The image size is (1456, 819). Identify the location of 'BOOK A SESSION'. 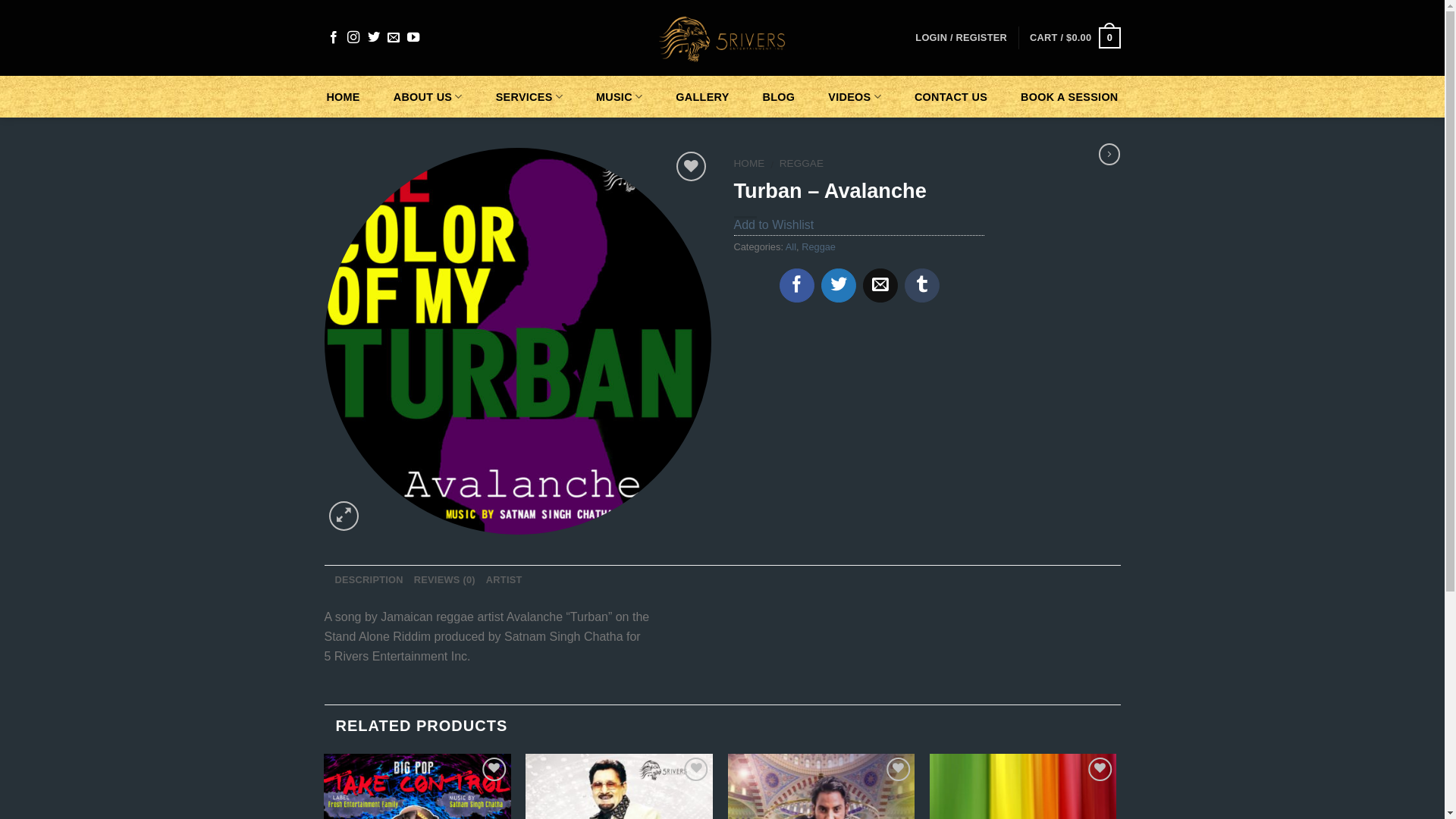
(1020, 96).